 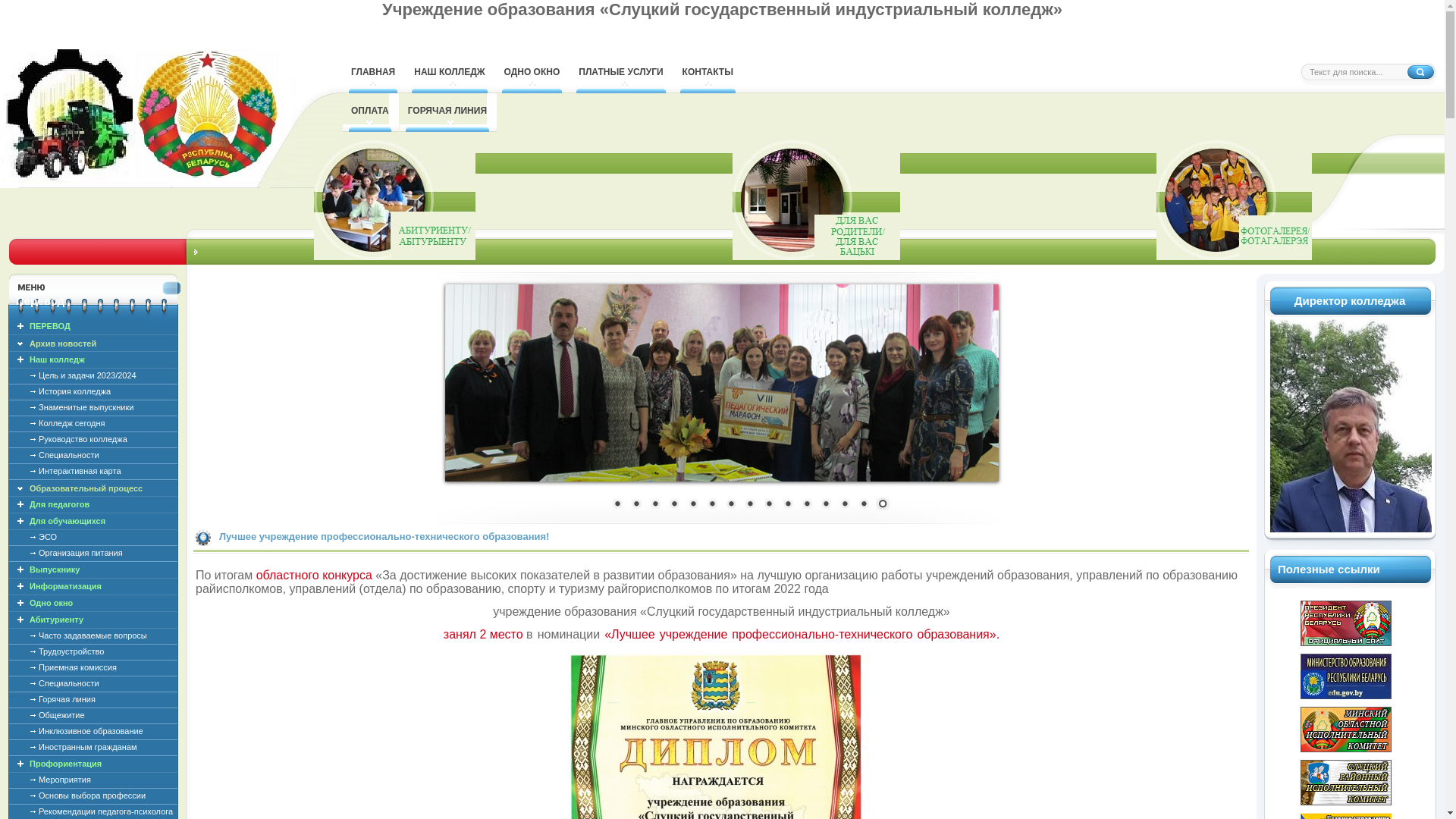 I want to click on '5', so click(x=691, y=505).